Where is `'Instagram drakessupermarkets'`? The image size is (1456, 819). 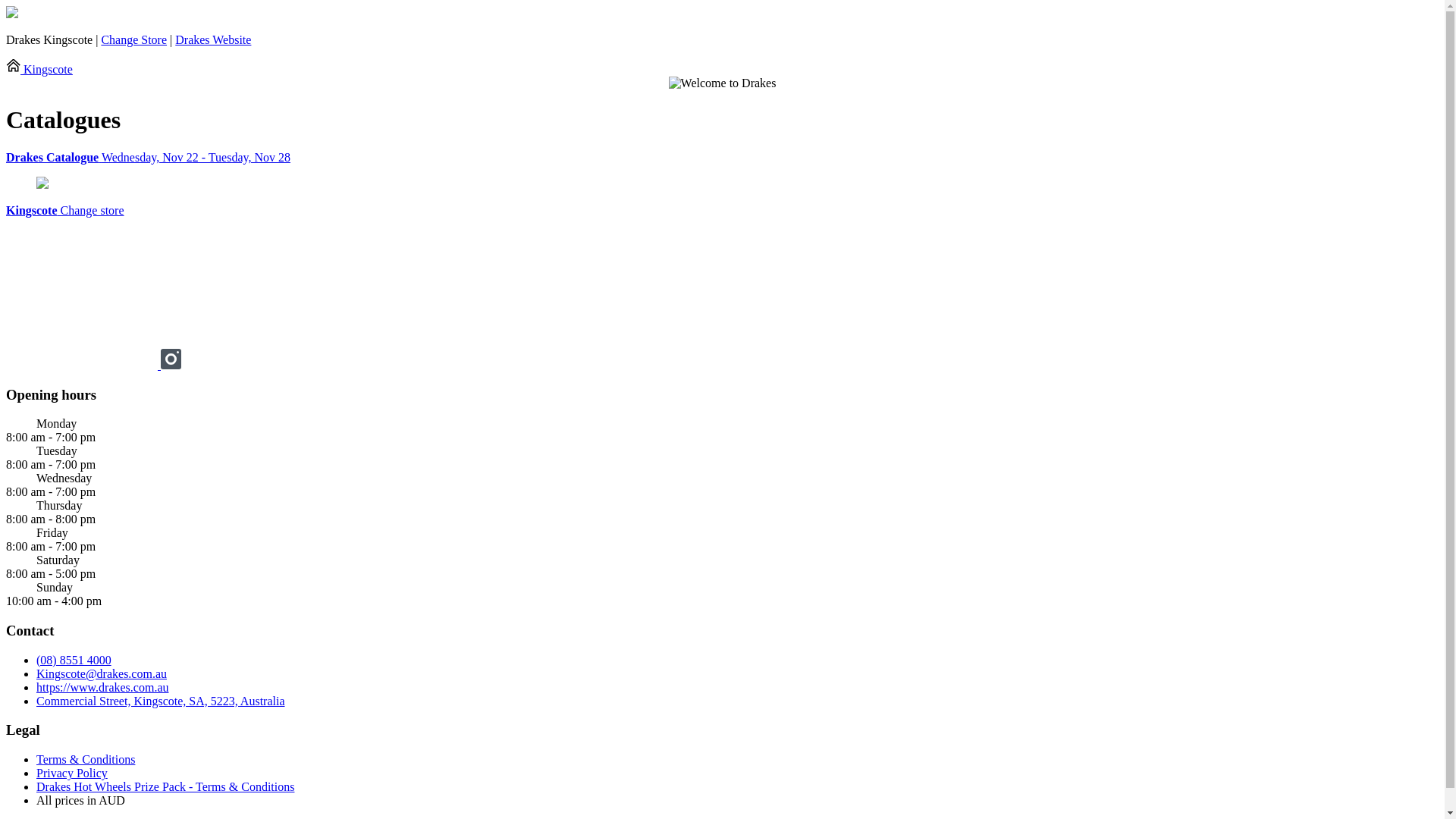
'Instagram drakessupermarkets' is located at coordinates (171, 365).